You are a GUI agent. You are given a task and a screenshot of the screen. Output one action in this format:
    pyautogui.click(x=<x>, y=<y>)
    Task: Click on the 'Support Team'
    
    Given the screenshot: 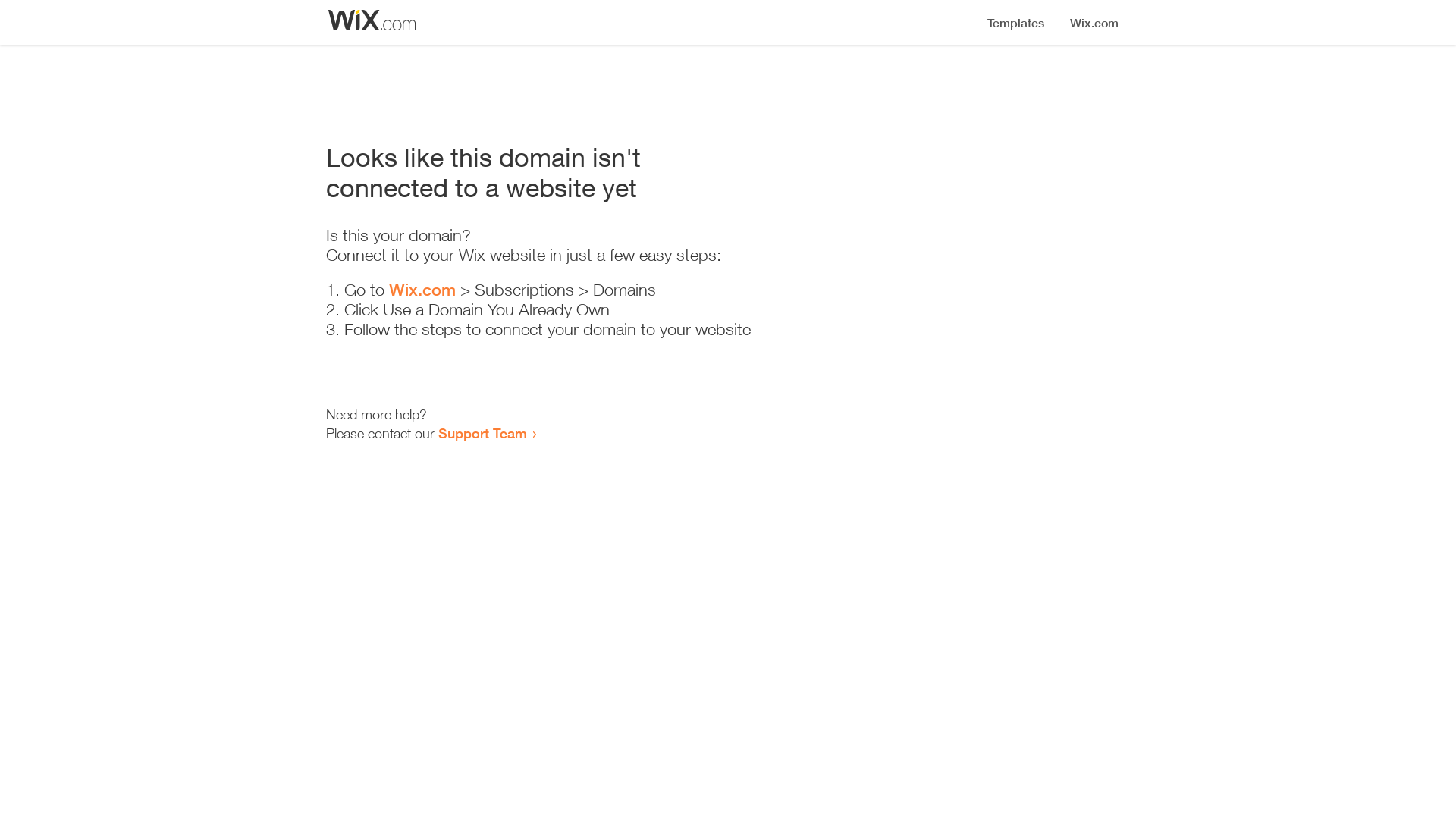 What is the action you would take?
    pyautogui.click(x=482, y=432)
    